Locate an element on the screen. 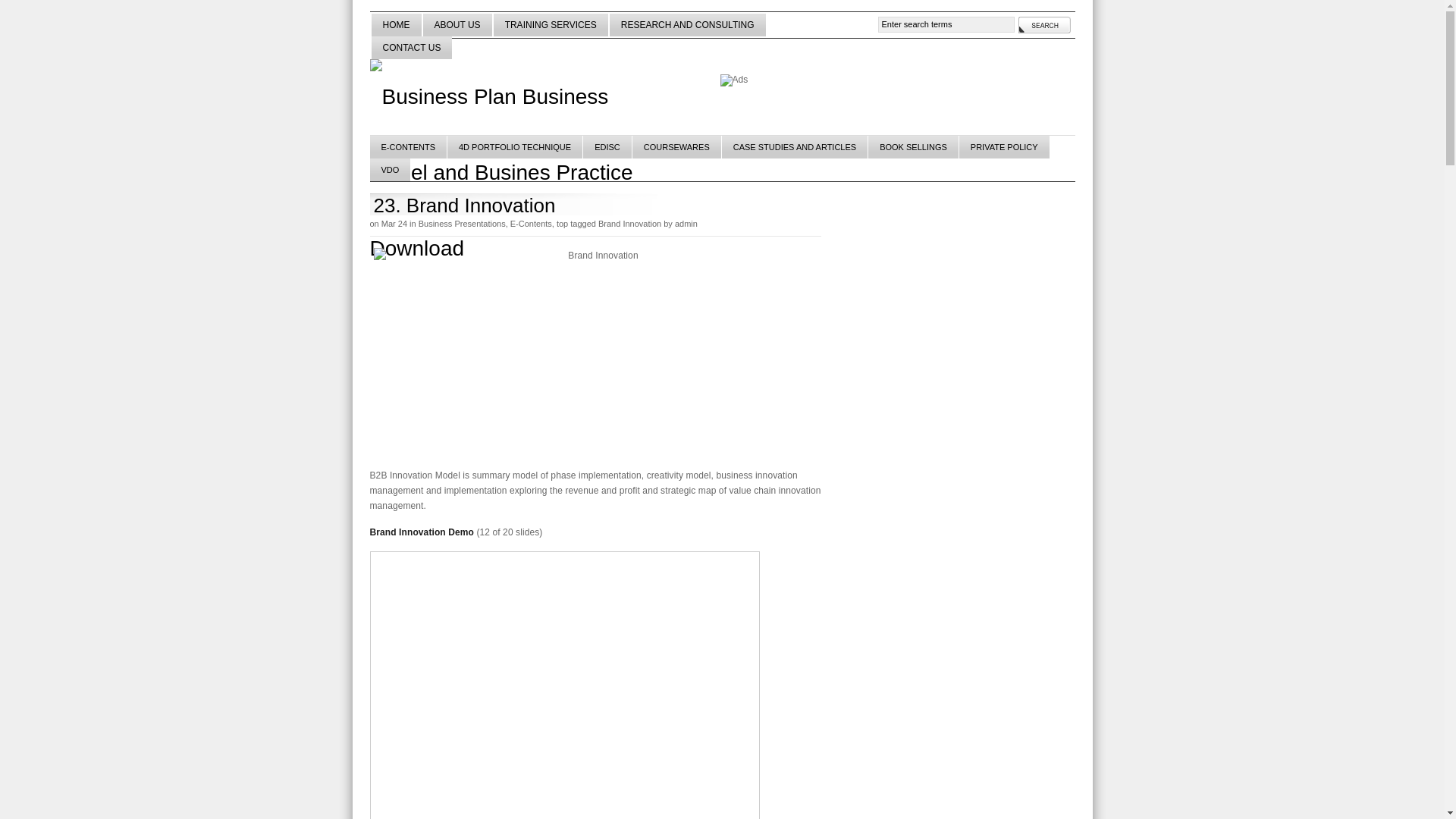  'Business Presentations' is located at coordinates (461, 223).